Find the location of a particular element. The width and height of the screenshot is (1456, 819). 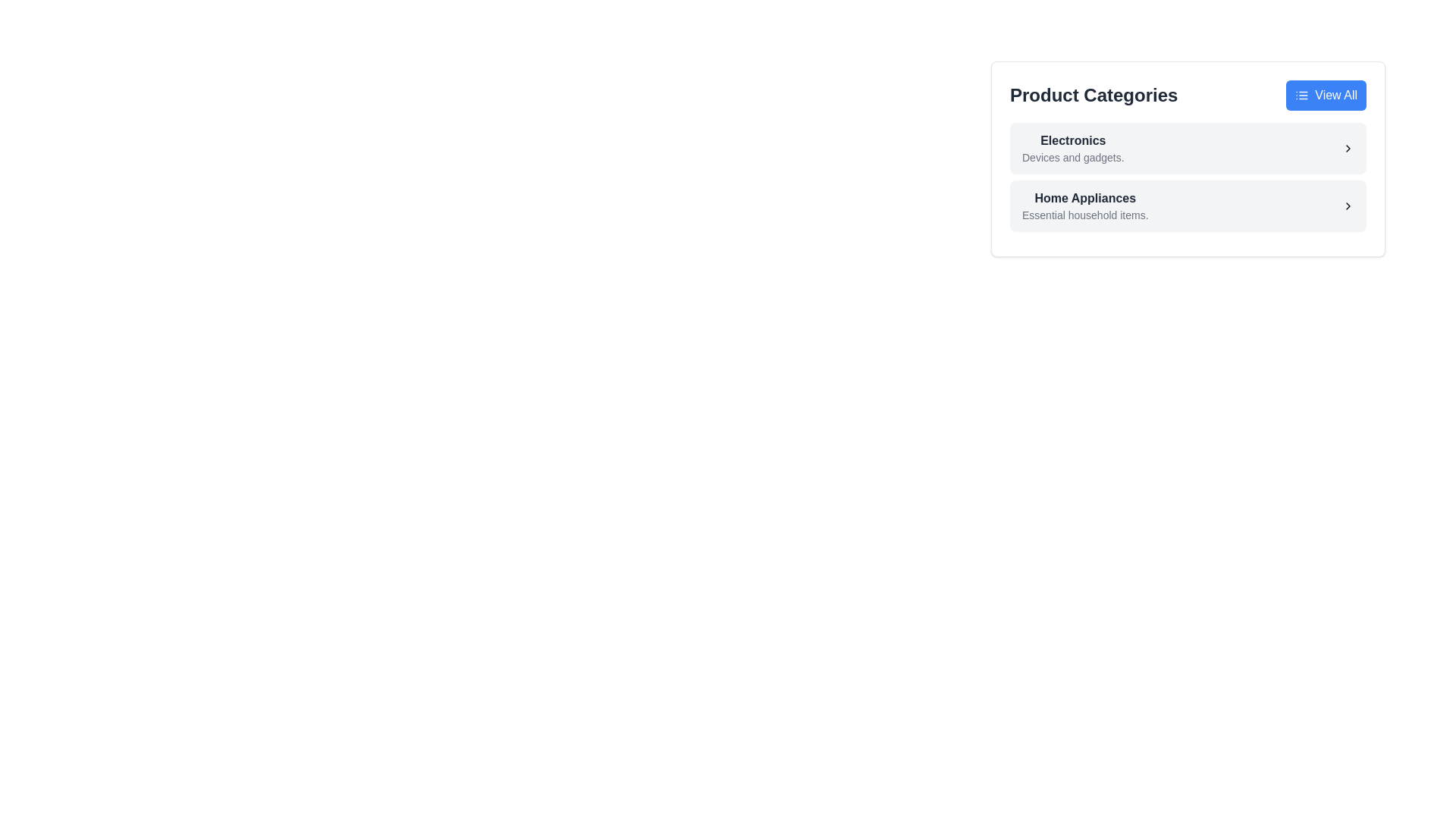

the 'Home Appliances' category button located under the 'Product Categories' section is located at coordinates (1187, 206).